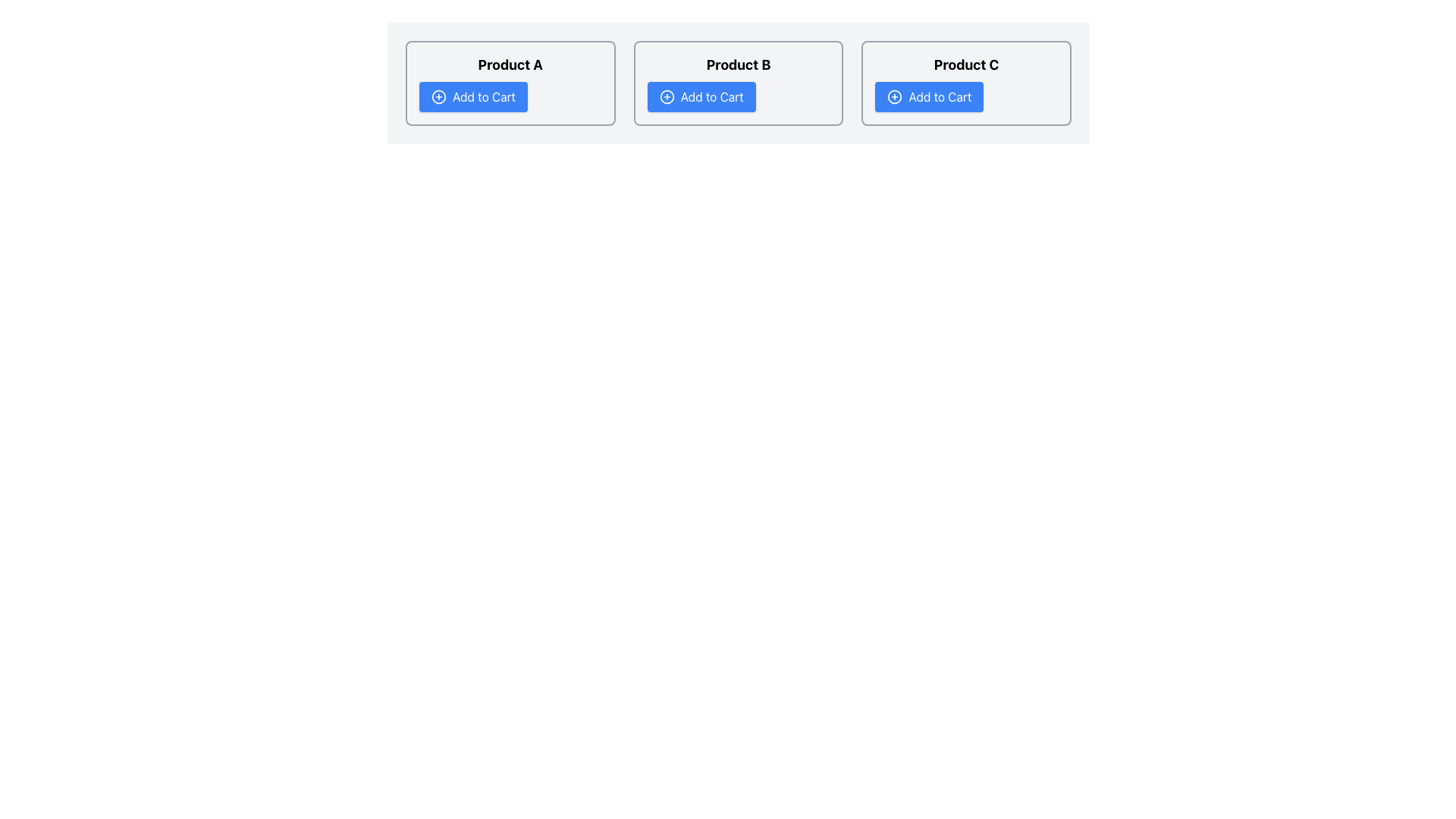  I want to click on the graphical indicator icon for the 'Add to Cart' button of 'Product B', so click(667, 96).